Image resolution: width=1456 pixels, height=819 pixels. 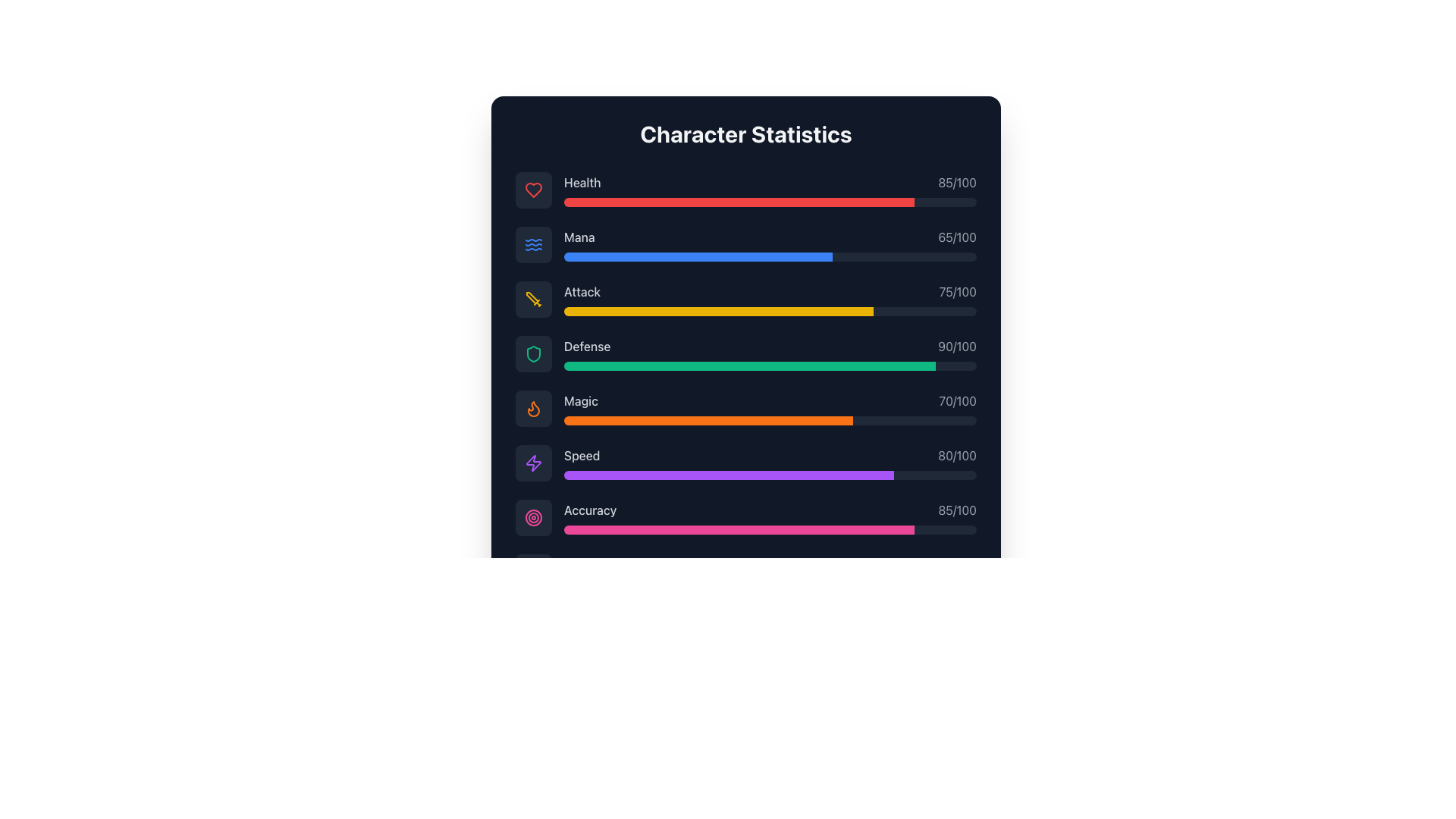 I want to click on the 'Mana' progress bar, which visually represents the current value of 65 out of a maximum of 100, positioned centrally below the 'Health' bar and above the 'Attack' bar, so click(x=770, y=256).